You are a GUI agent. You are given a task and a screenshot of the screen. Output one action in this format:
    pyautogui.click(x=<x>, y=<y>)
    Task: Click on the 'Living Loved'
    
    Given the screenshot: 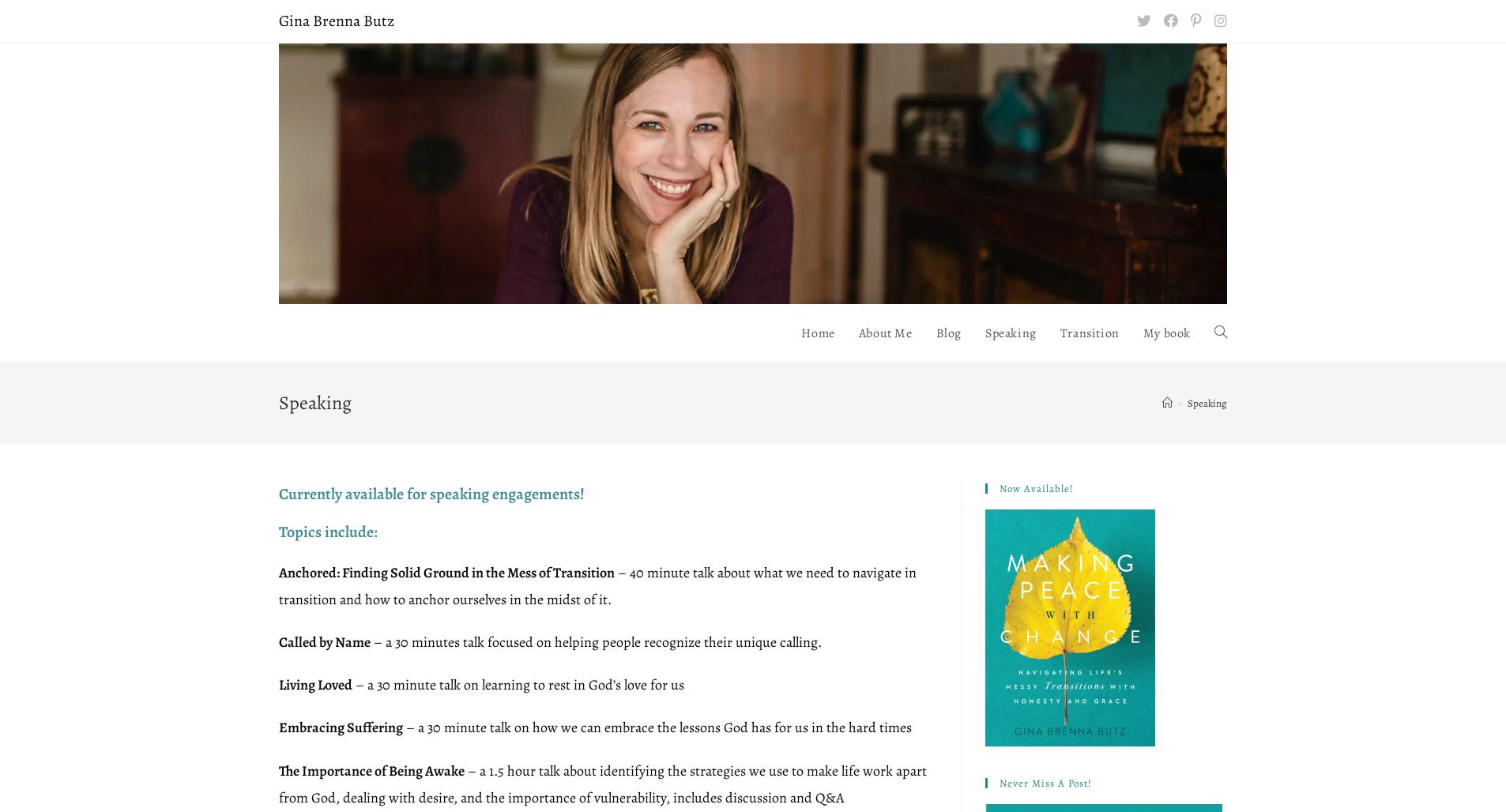 What is the action you would take?
    pyautogui.click(x=314, y=684)
    